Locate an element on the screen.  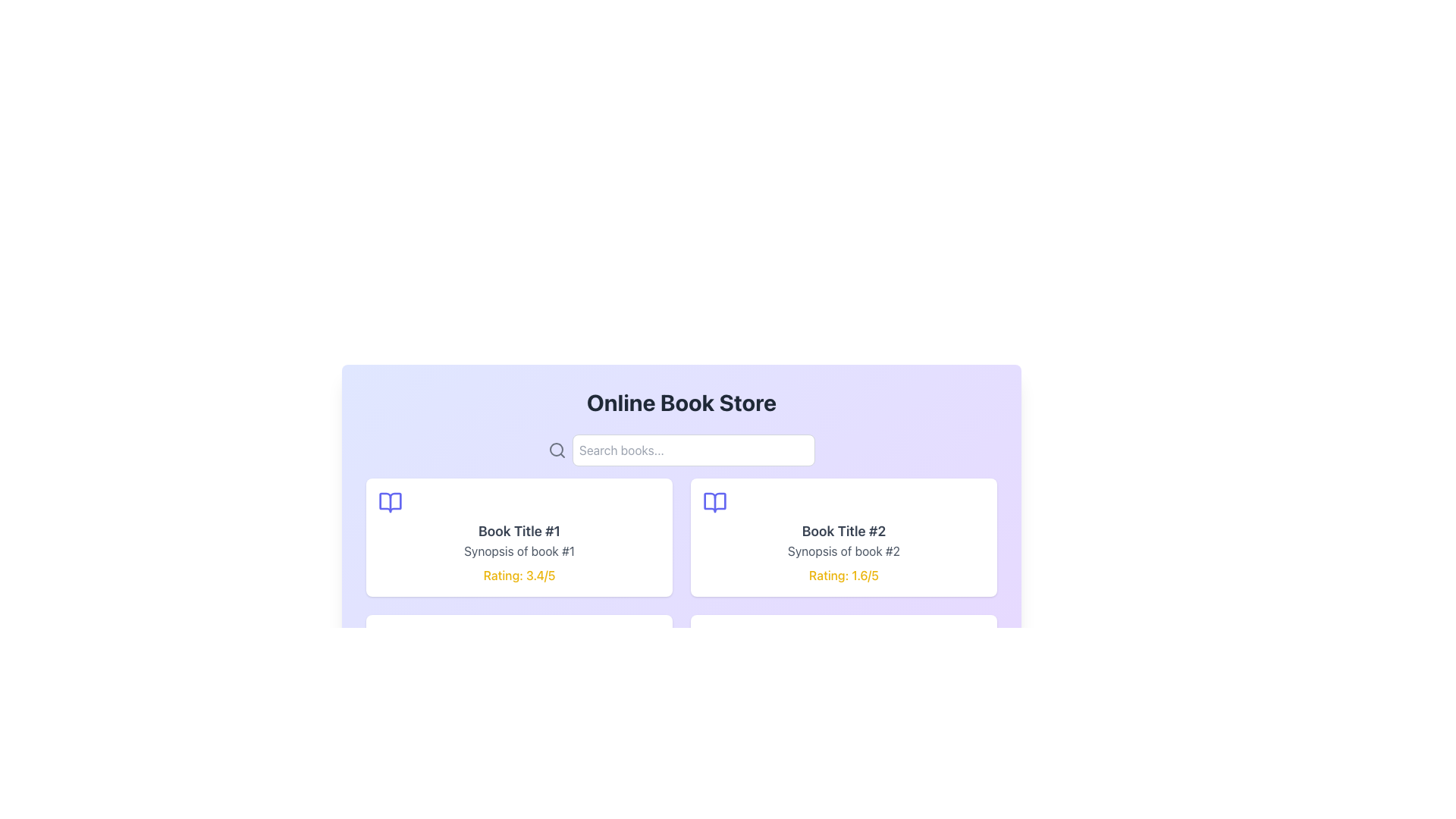
the static text label displaying the rating score for 'Book Title #1' located at the bottom of its card is located at coordinates (519, 576).